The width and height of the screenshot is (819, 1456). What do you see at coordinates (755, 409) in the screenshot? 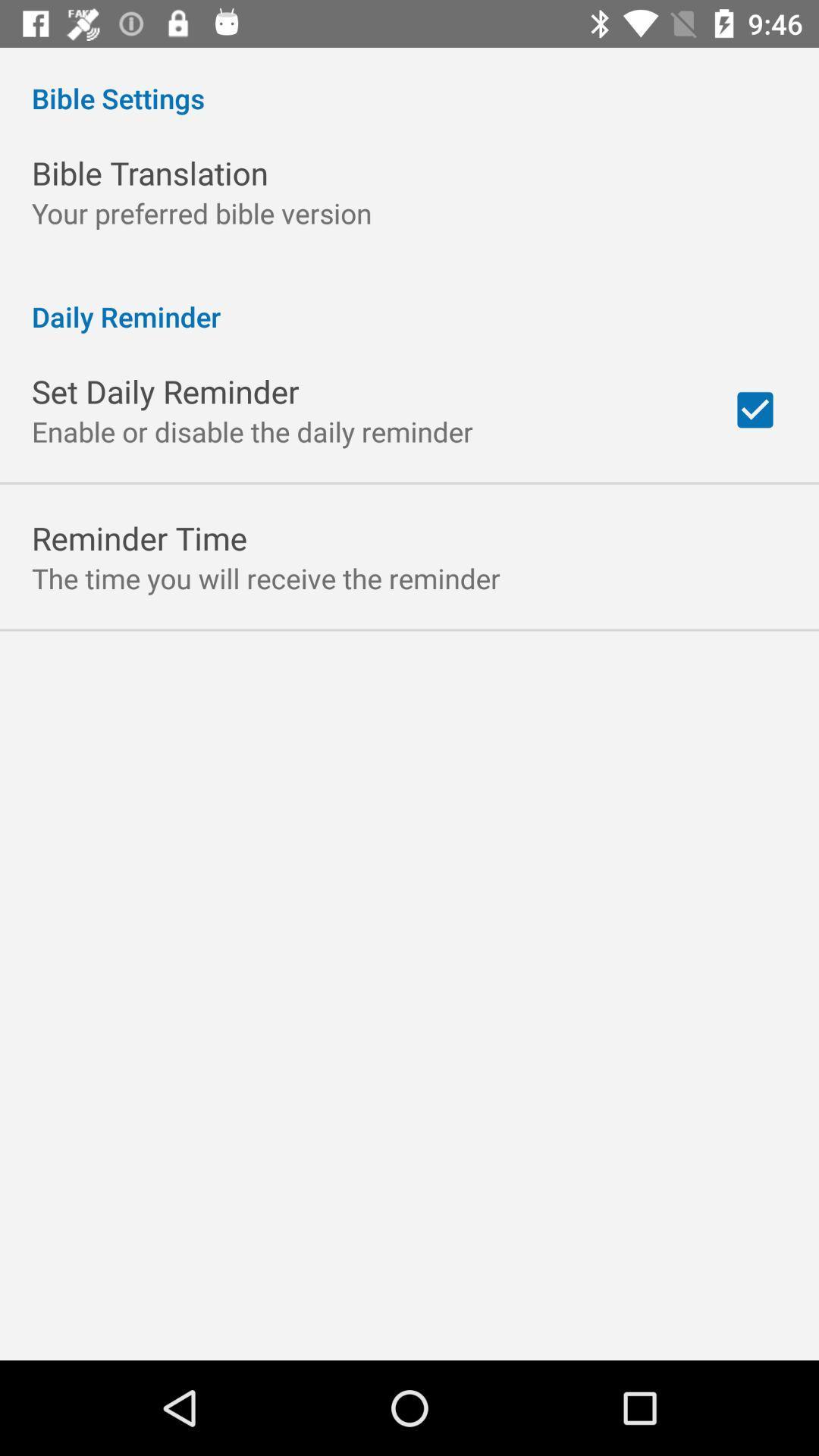
I see `the icon at the top right corner` at bounding box center [755, 409].